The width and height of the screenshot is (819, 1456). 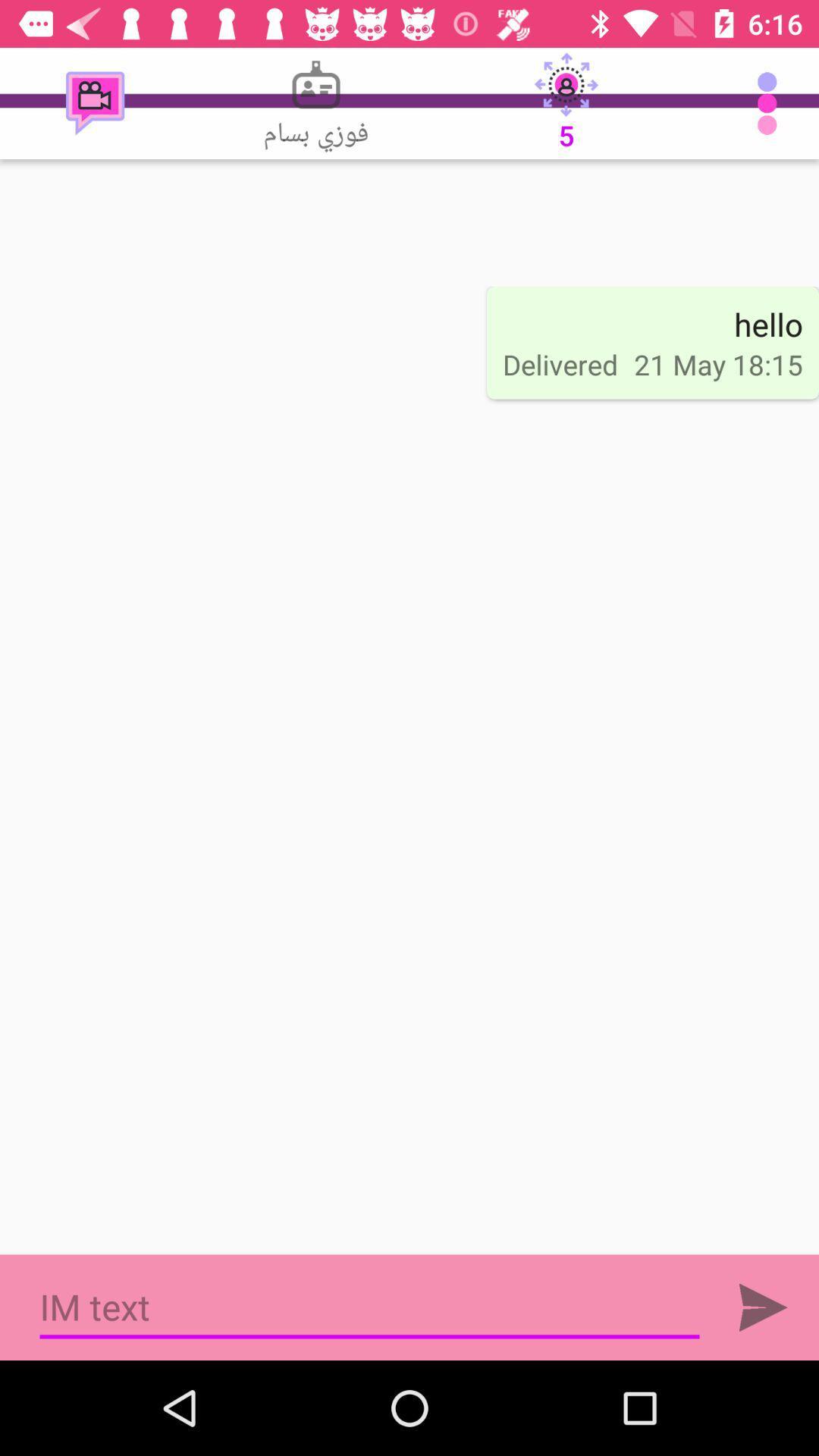 I want to click on type a text message, so click(x=369, y=1307).